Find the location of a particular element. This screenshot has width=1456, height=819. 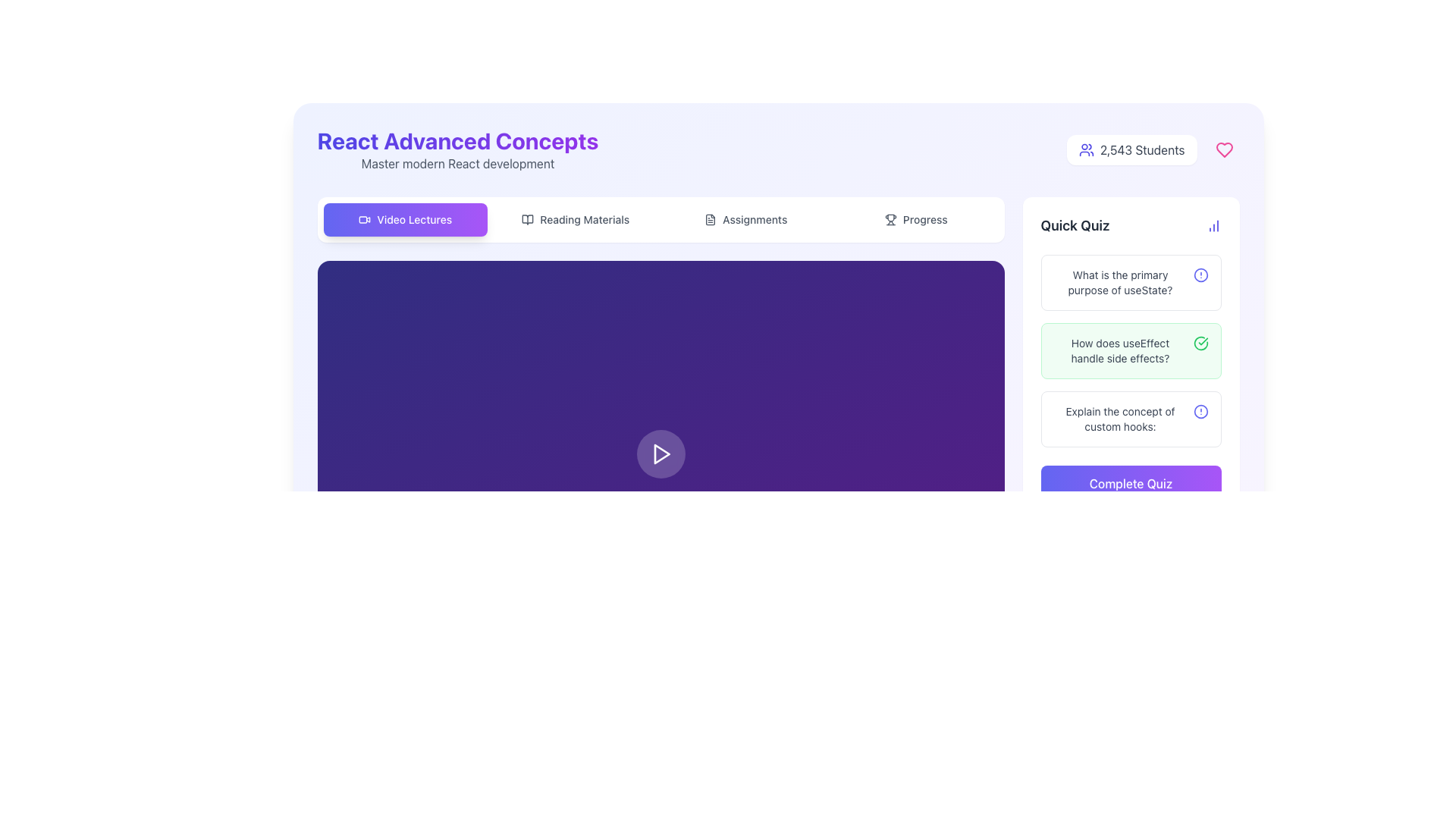

the positive state icon located to the right of the question text 'How does useEffect handle side effects?' in the 'Quick Quiz' section on the right sidebar as a passive visual cue is located at coordinates (1200, 343).